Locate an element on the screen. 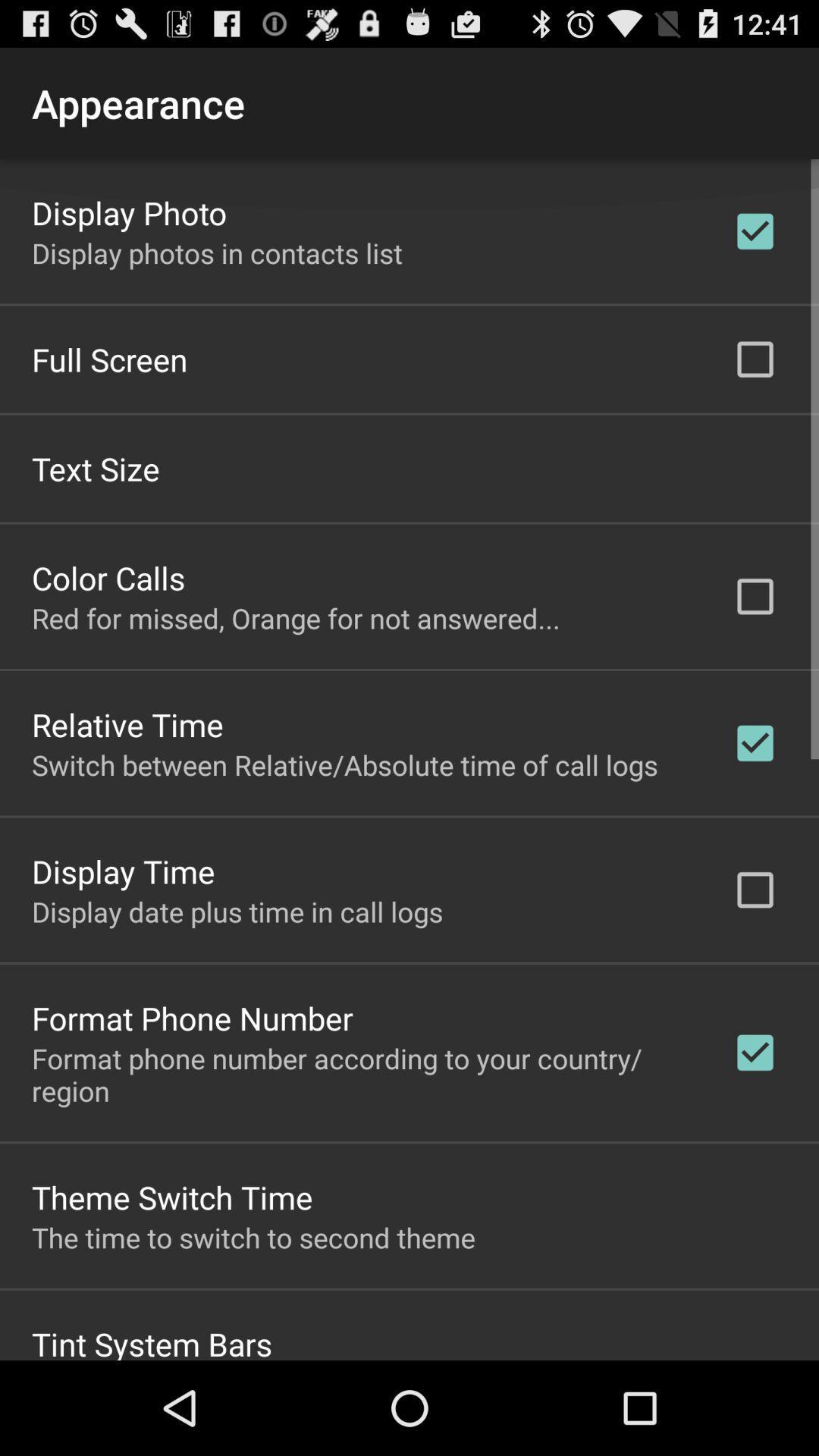  app above color calls icon is located at coordinates (96, 467).